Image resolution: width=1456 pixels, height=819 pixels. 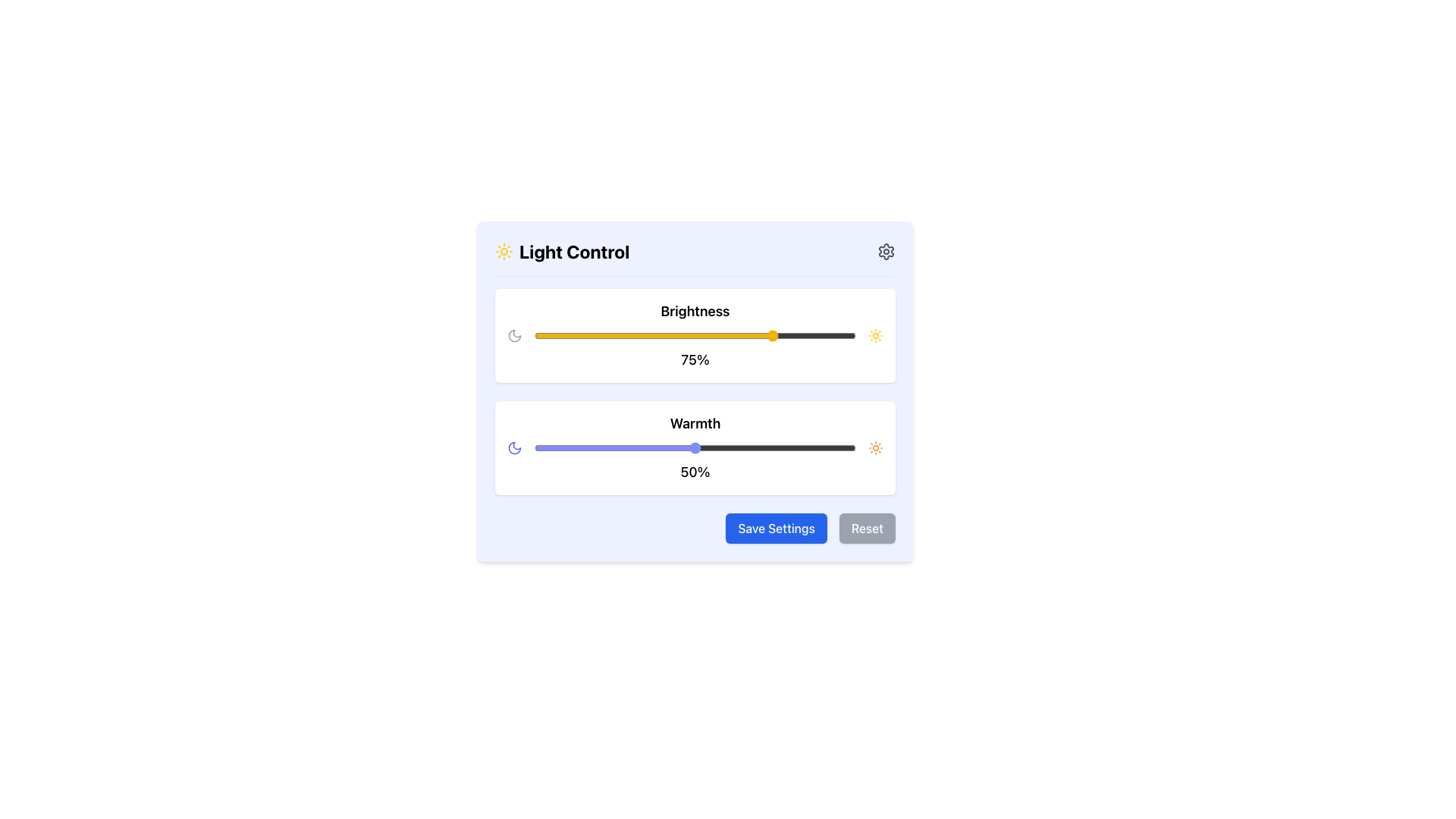 I want to click on the gear icon located in the upper-right corner of the interface, adjacent to the 'Light Control' heading, to gain additional information or indications, so click(x=886, y=250).